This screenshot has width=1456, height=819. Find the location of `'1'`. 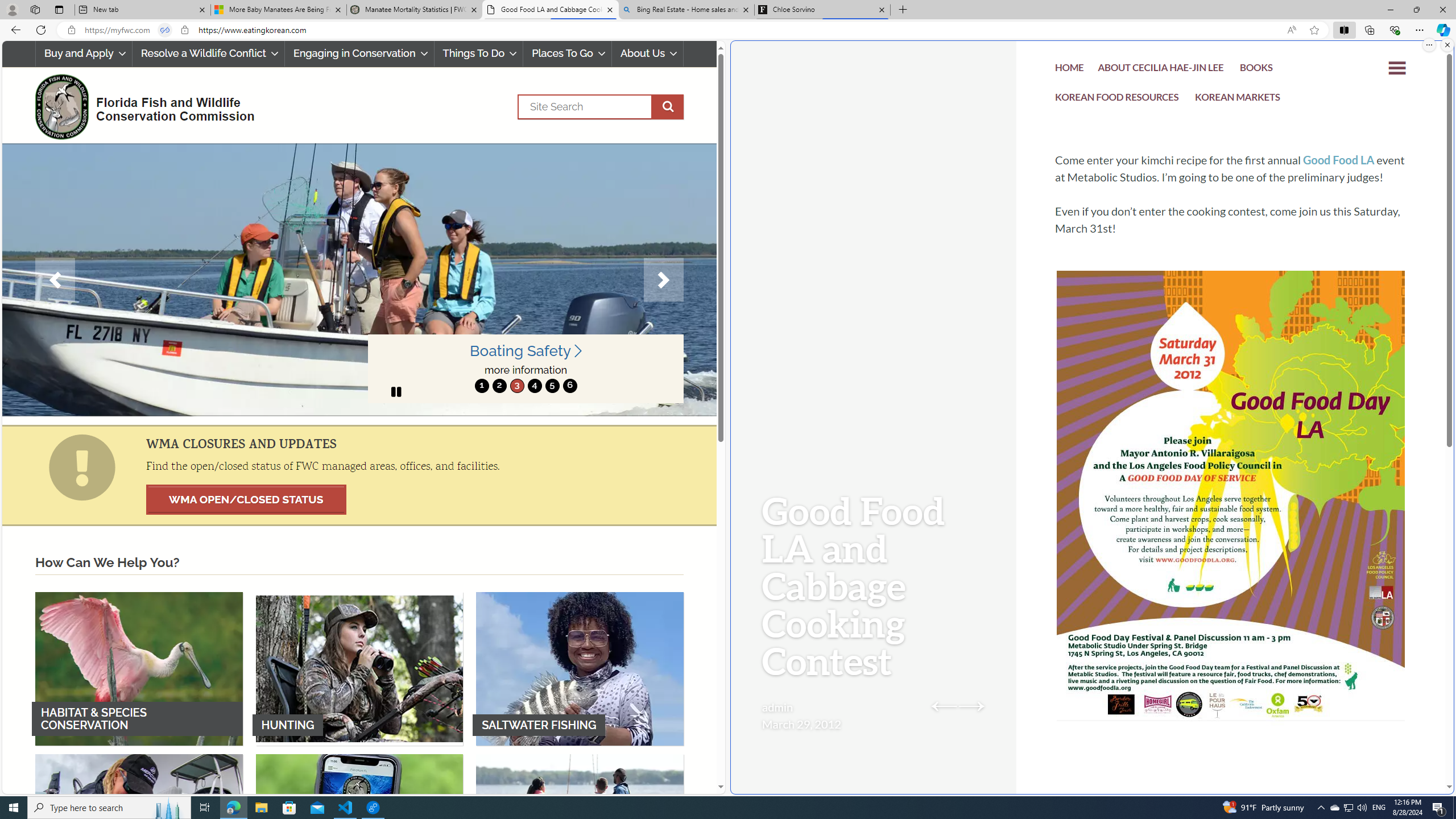

'1' is located at coordinates (482, 385).